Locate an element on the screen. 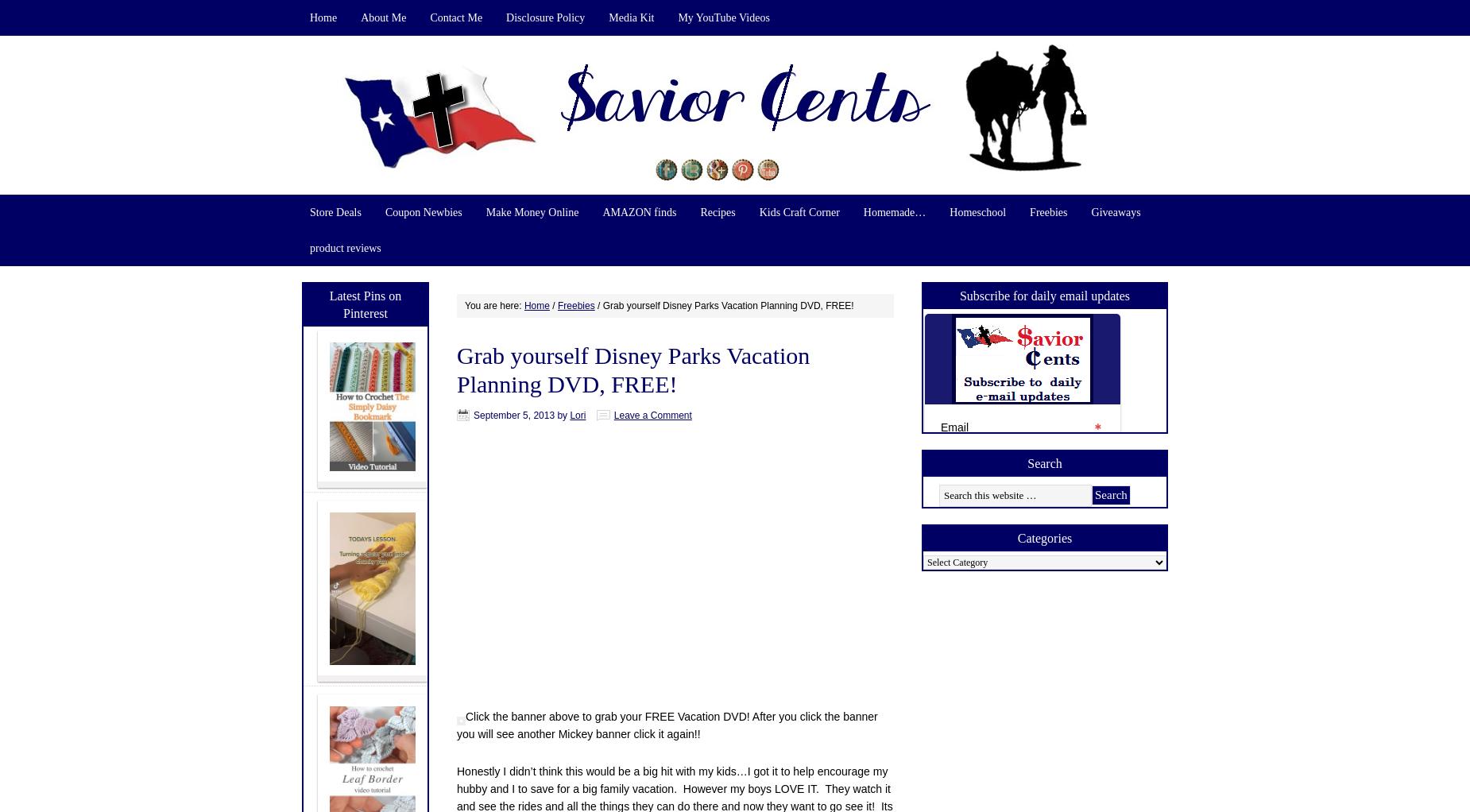 The width and height of the screenshot is (1470, 812). 'Categories' is located at coordinates (1016, 537).